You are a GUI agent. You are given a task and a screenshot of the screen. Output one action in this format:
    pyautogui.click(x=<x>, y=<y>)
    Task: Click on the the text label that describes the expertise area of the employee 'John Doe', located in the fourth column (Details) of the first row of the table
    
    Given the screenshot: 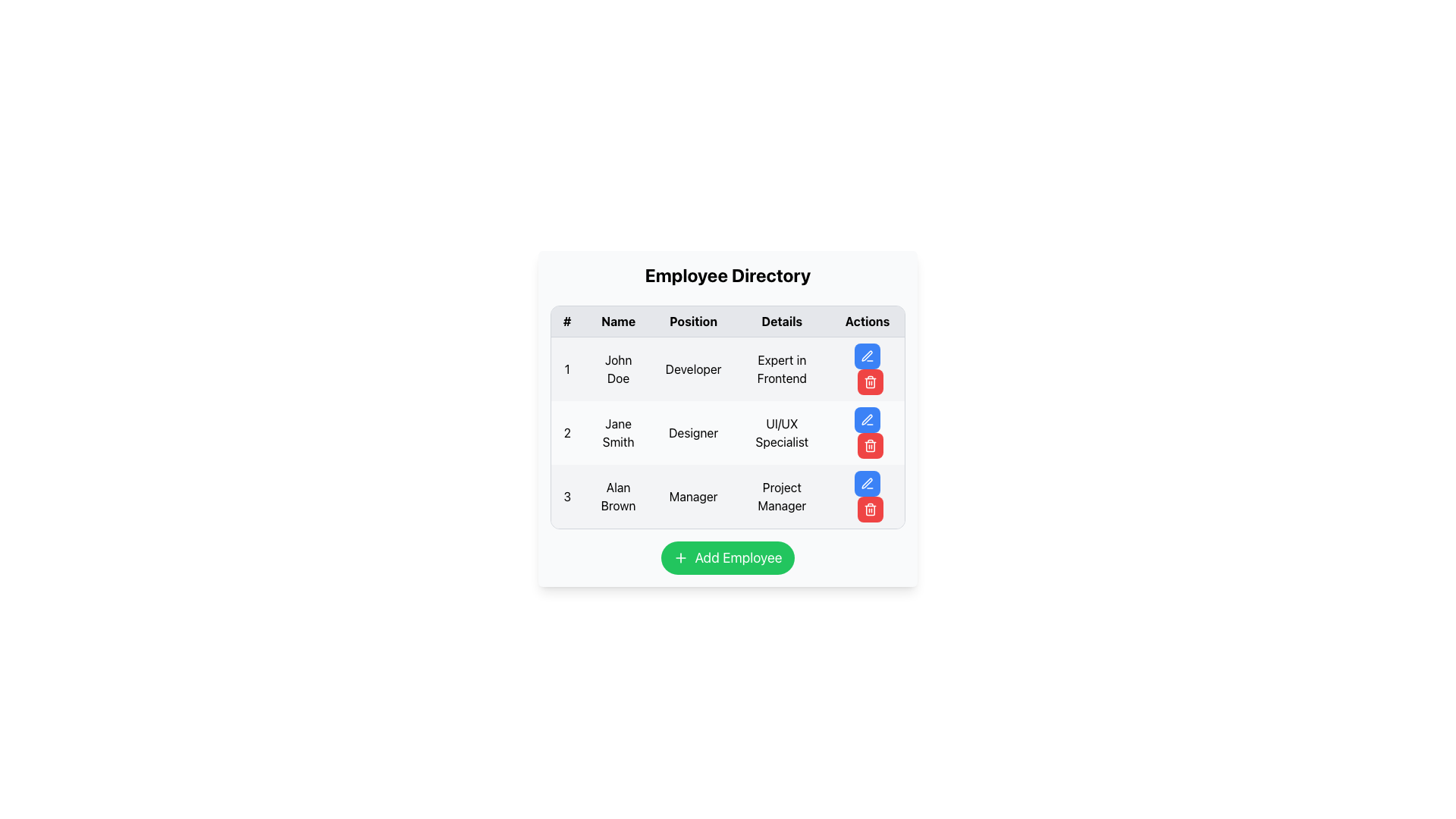 What is the action you would take?
    pyautogui.click(x=782, y=369)
    